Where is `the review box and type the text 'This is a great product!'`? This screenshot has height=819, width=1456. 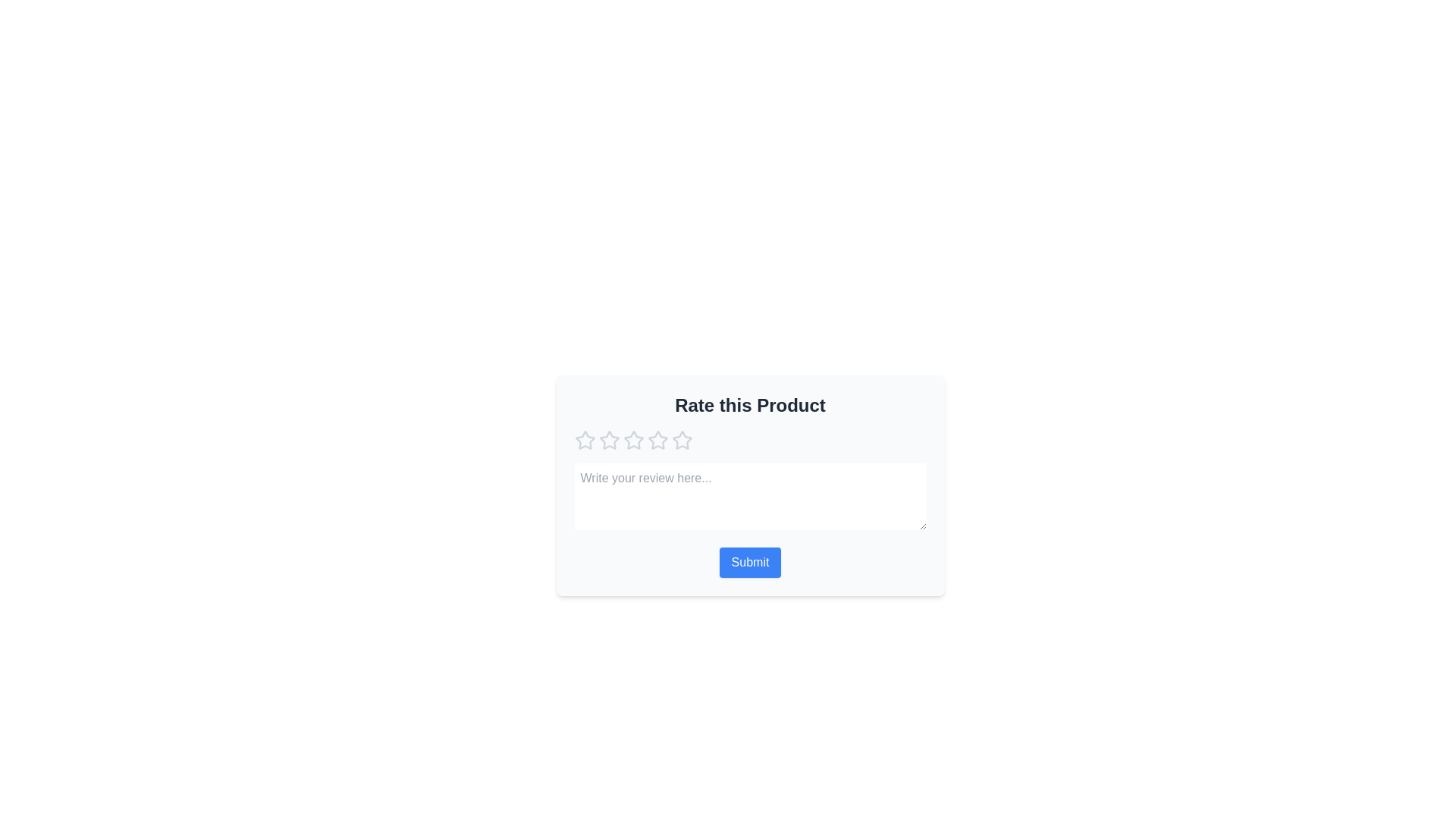 the review box and type the text 'This is a great product!' is located at coordinates (750, 497).